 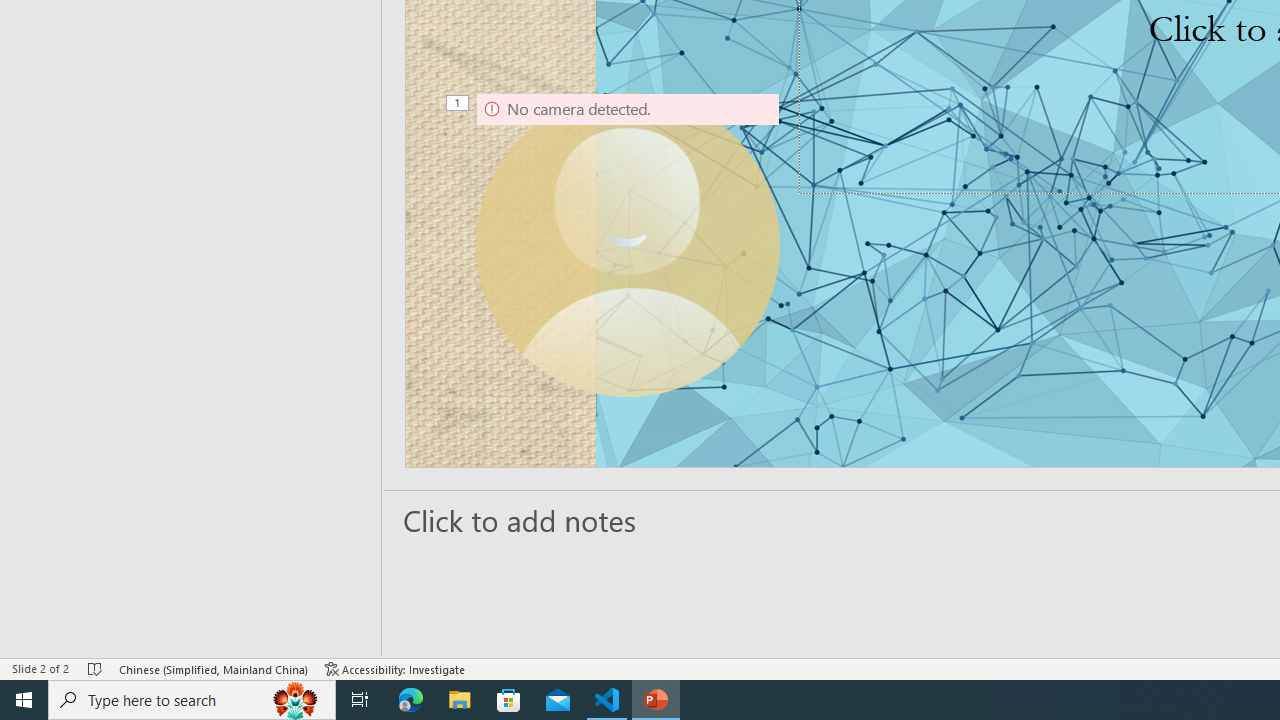 What do you see at coordinates (457, 104) in the screenshot?
I see `'Animation, sequence 1, on Camera 9'` at bounding box center [457, 104].